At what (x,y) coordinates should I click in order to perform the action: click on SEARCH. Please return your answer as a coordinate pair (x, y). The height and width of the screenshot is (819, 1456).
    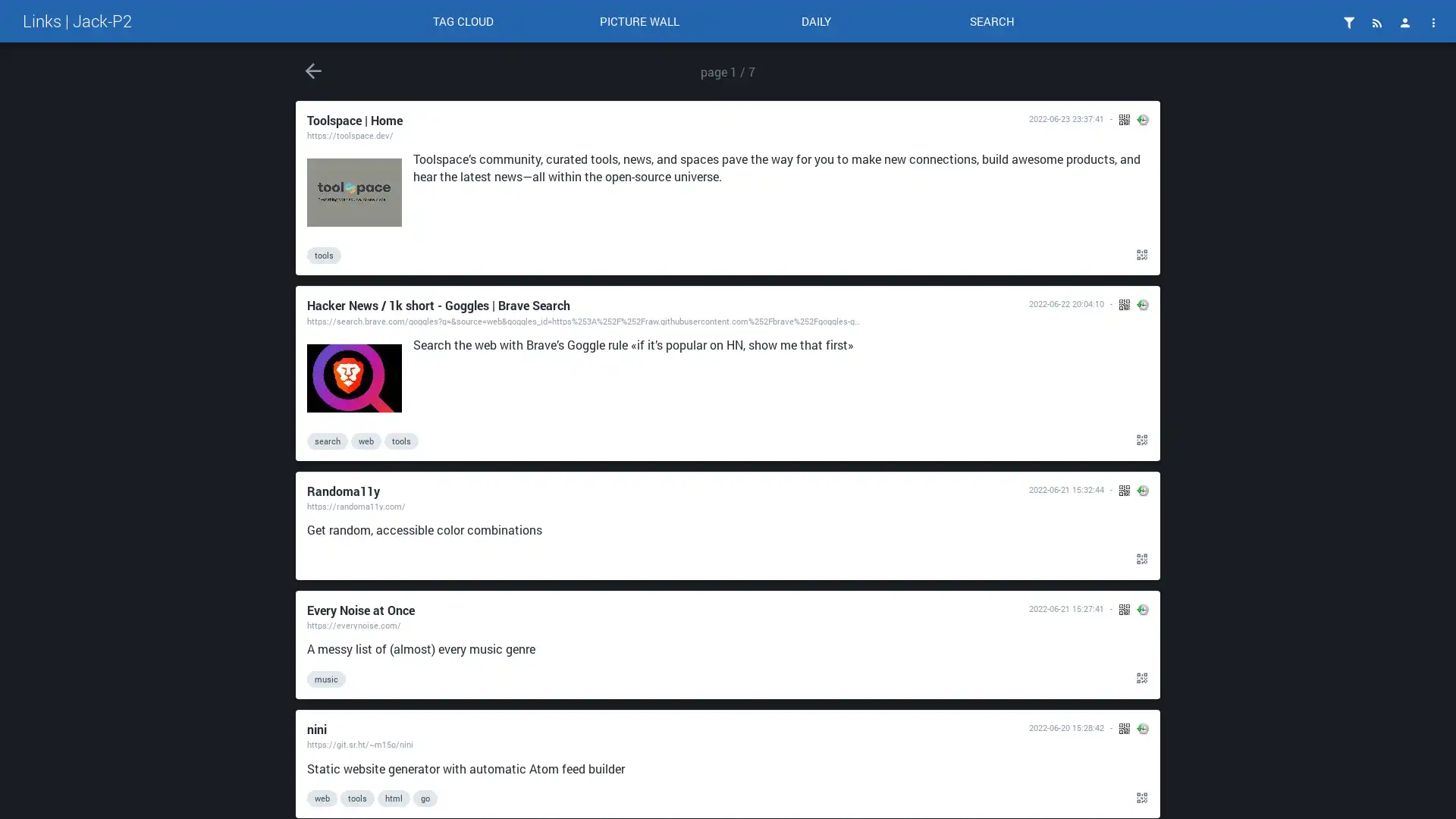
    Looking at the image, I should click on (992, 20).